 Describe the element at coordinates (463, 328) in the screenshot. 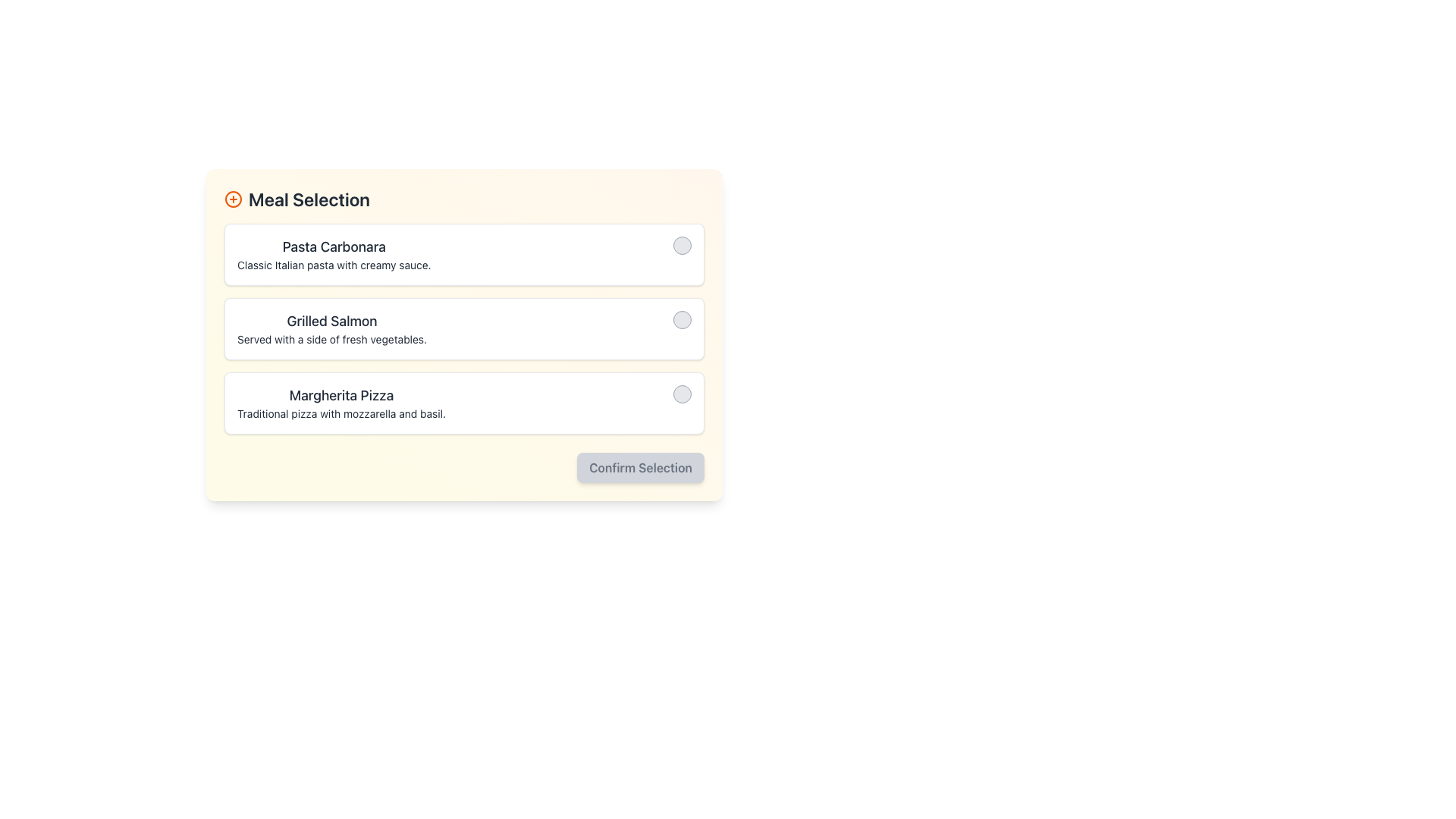

I see `the interactive list item displaying 'Grilled Salmon'` at that location.